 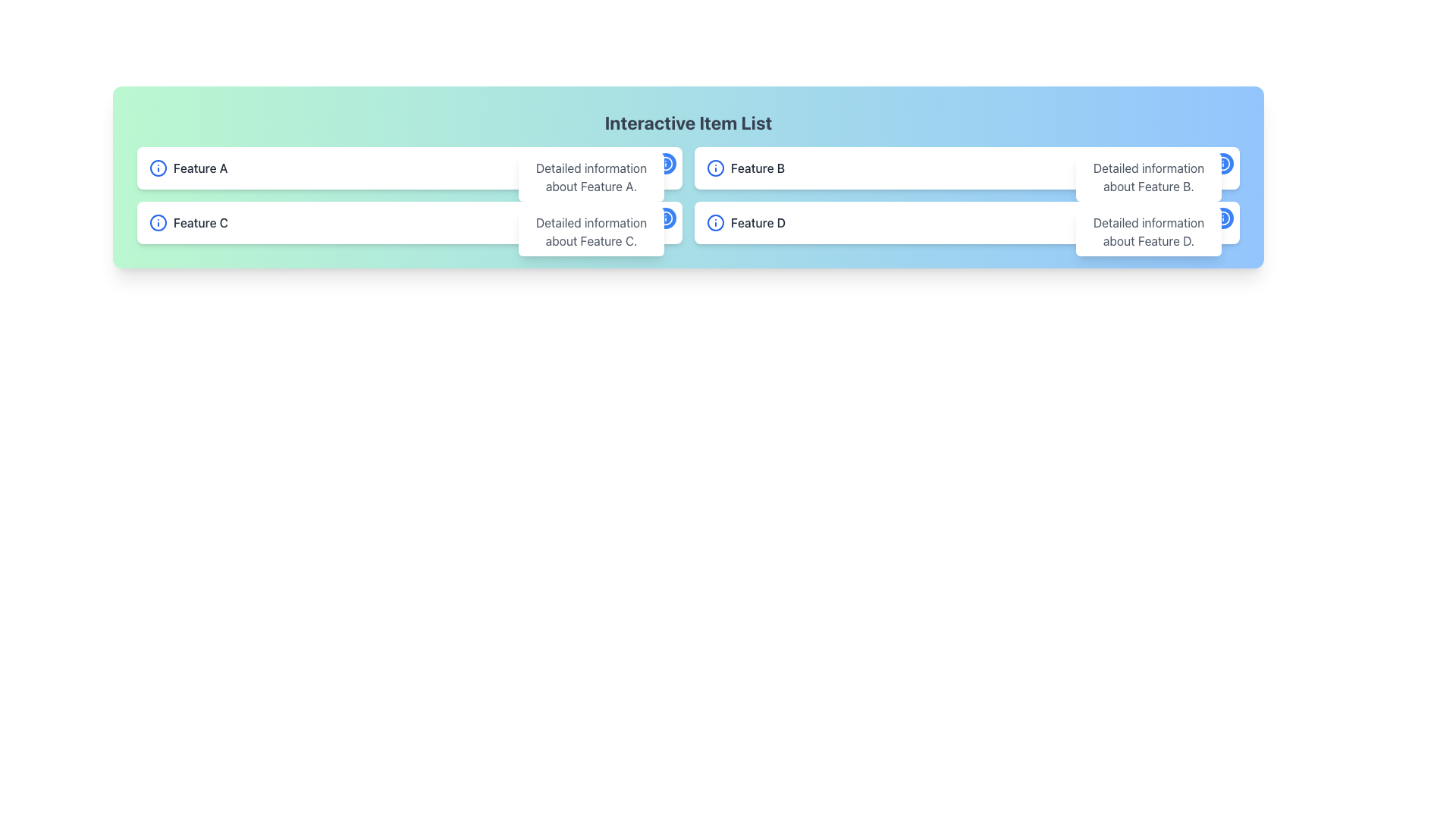 I want to click on the icon located to the left of the text 'Feature D', so click(x=715, y=222).